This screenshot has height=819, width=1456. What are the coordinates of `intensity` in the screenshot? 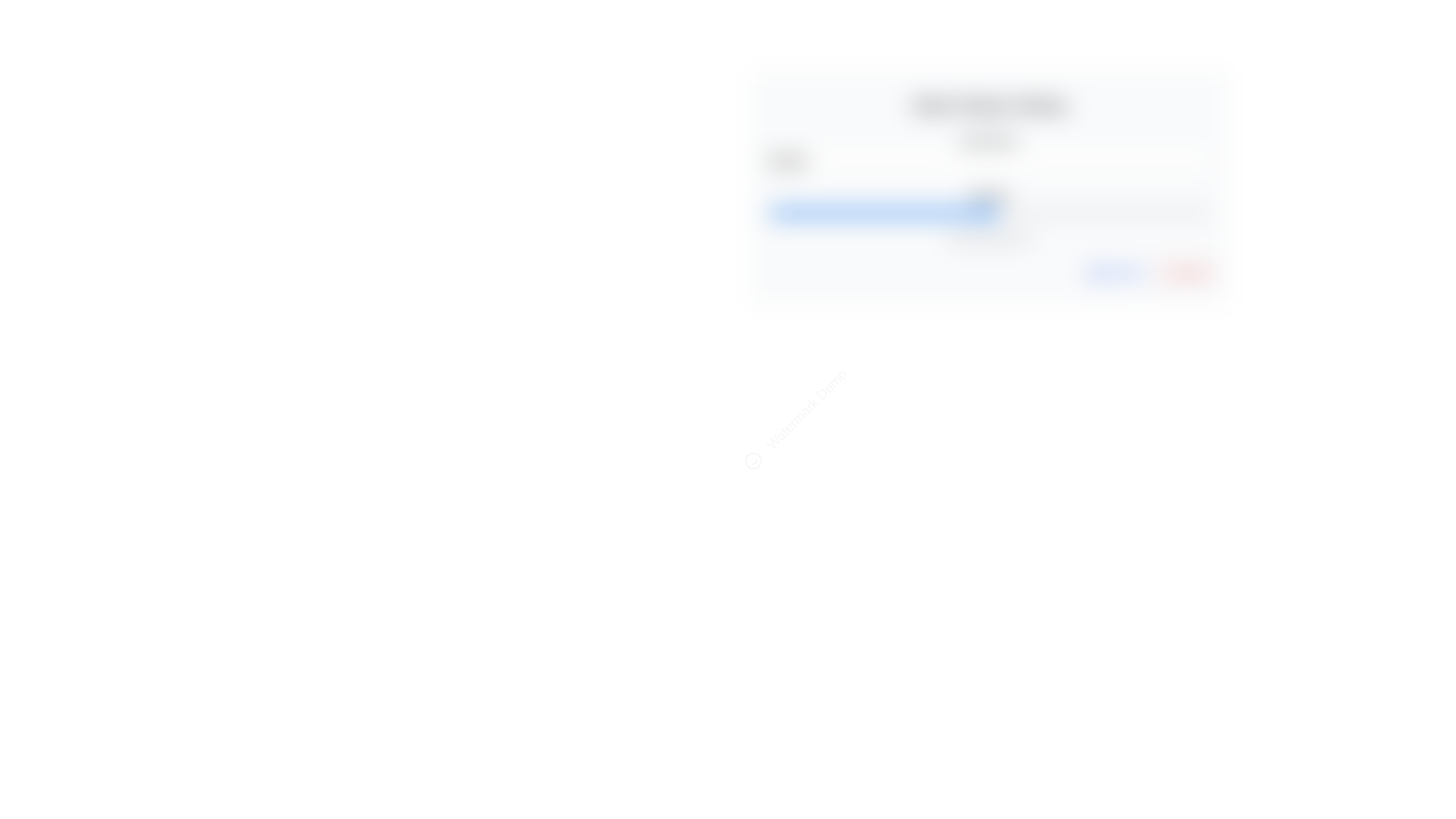 It's located at (905, 213).